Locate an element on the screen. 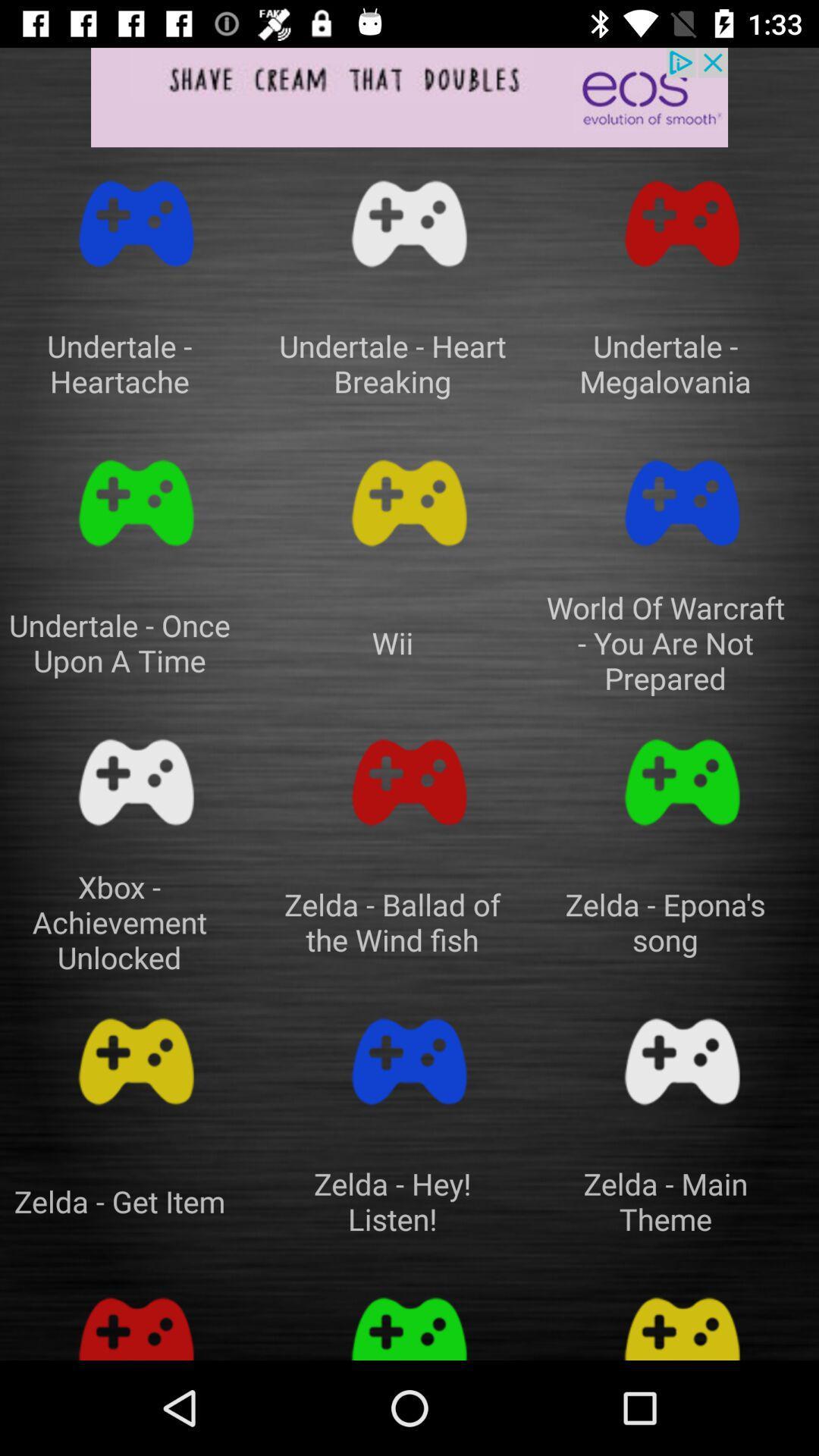 This screenshot has width=819, height=1456. go back is located at coordinates (409, 1319).